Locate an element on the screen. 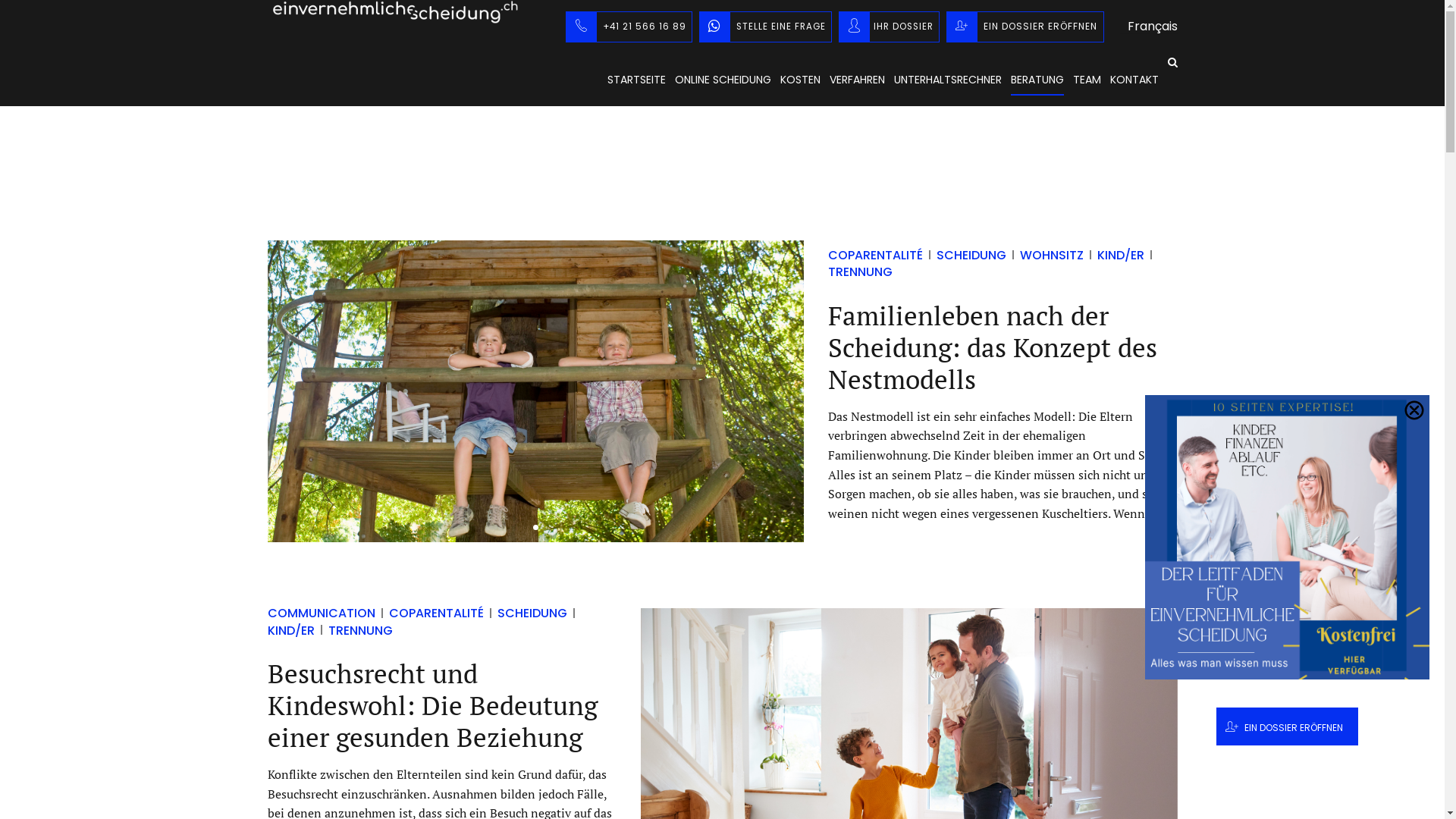 Image resolution: width=1456 pixels, height=819 pixels. 'STARTSEITE' is located at coordinates (635, 79).